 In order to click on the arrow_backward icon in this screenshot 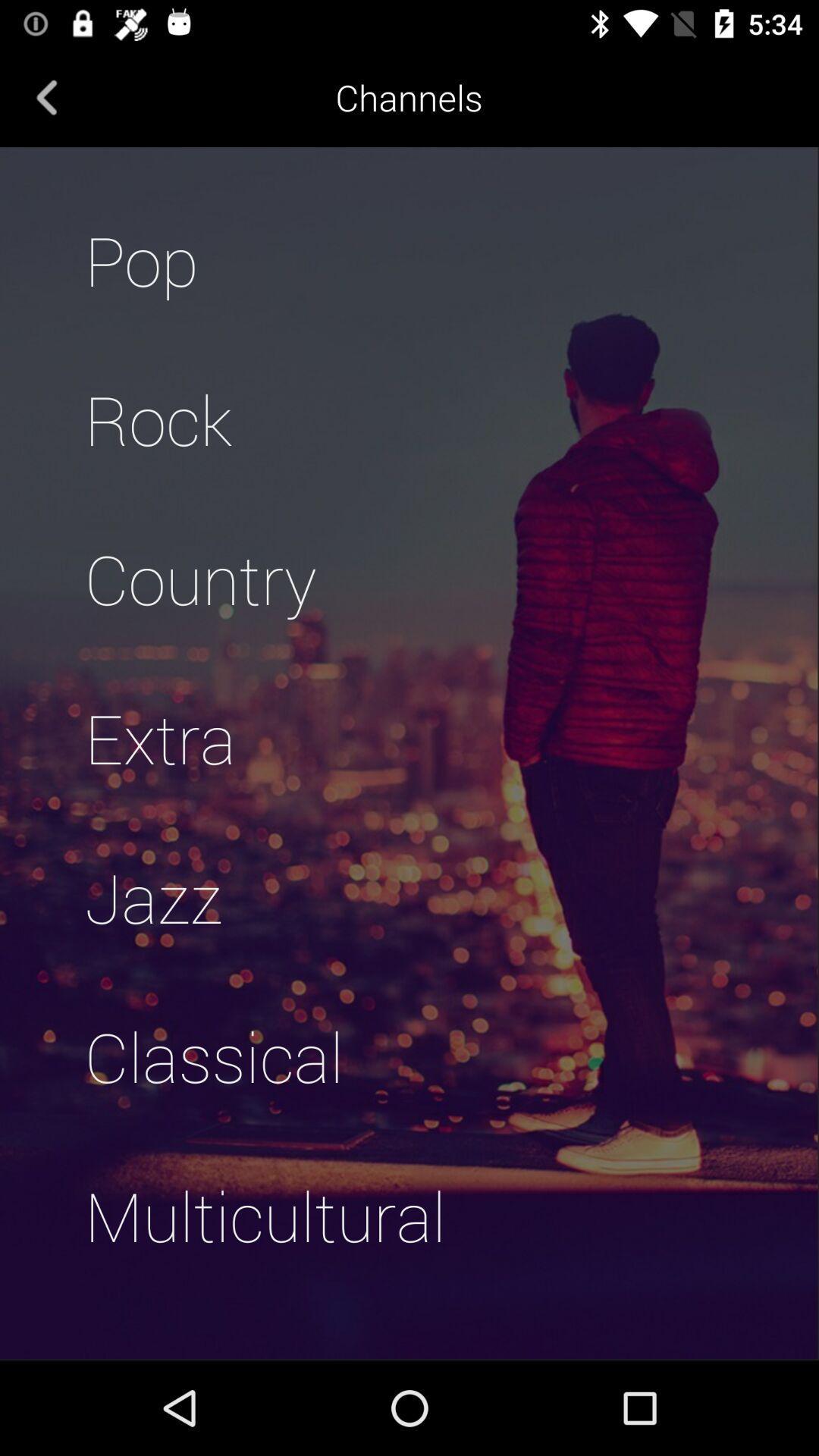, I will do `click(46, 96)`.